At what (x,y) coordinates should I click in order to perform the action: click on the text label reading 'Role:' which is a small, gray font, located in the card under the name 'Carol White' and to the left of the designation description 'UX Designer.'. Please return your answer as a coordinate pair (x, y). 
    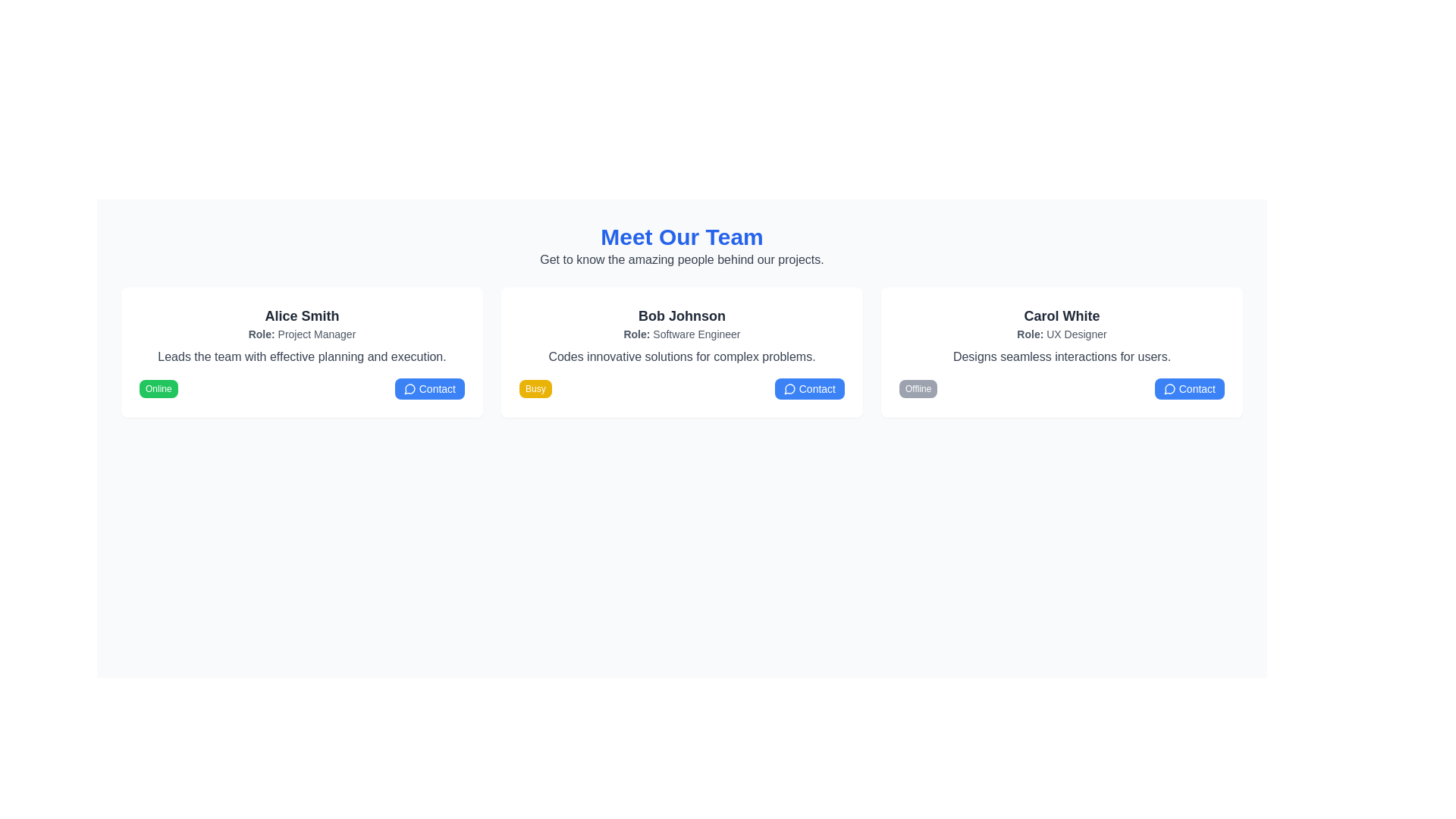
    Looking at the image, I should click on (1030, 333).